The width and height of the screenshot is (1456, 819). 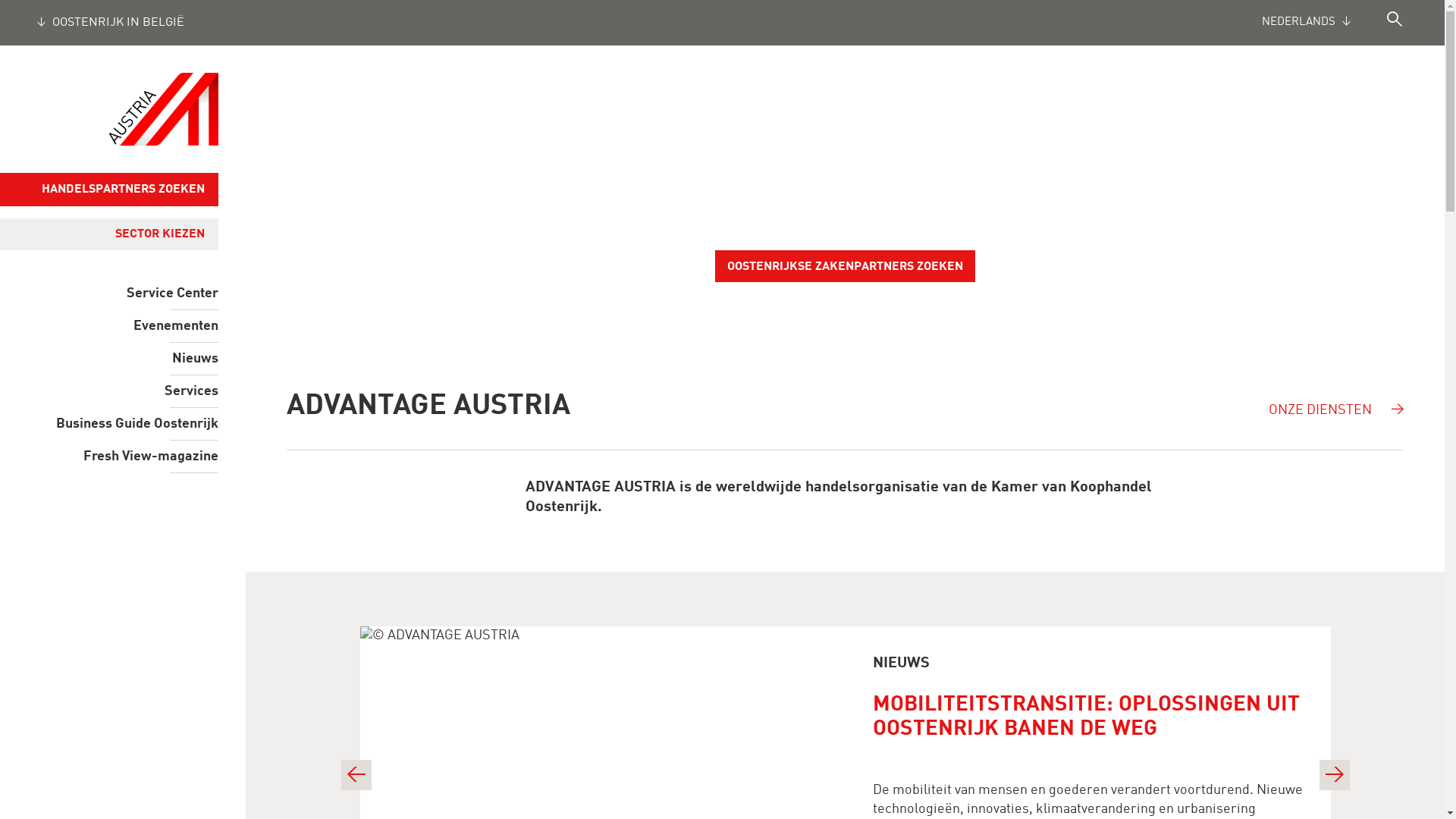 I want to click on 'Logo', so click(x=164, y=108).